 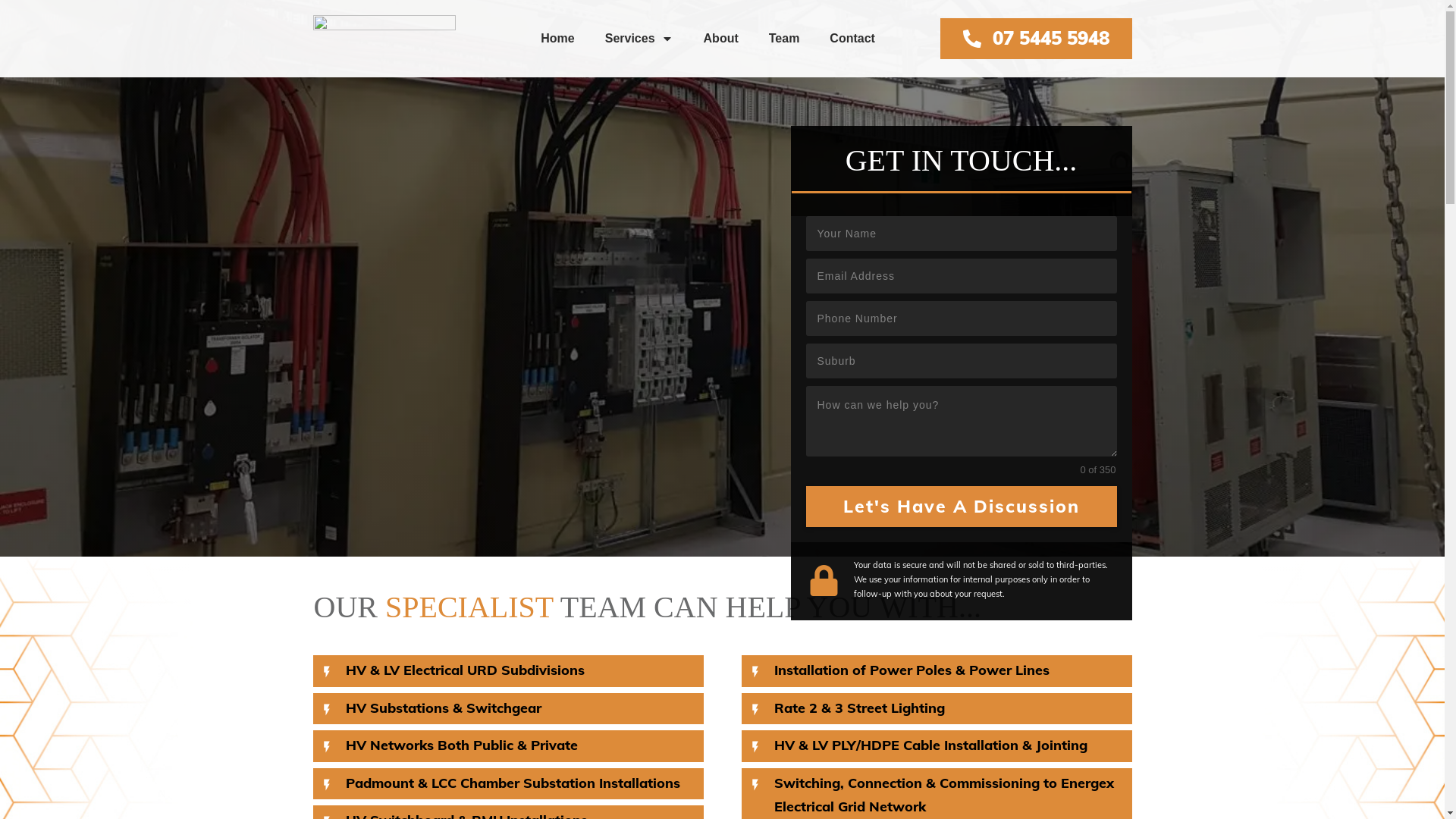 I want to click on 'Team', so click(x=784, y=37).